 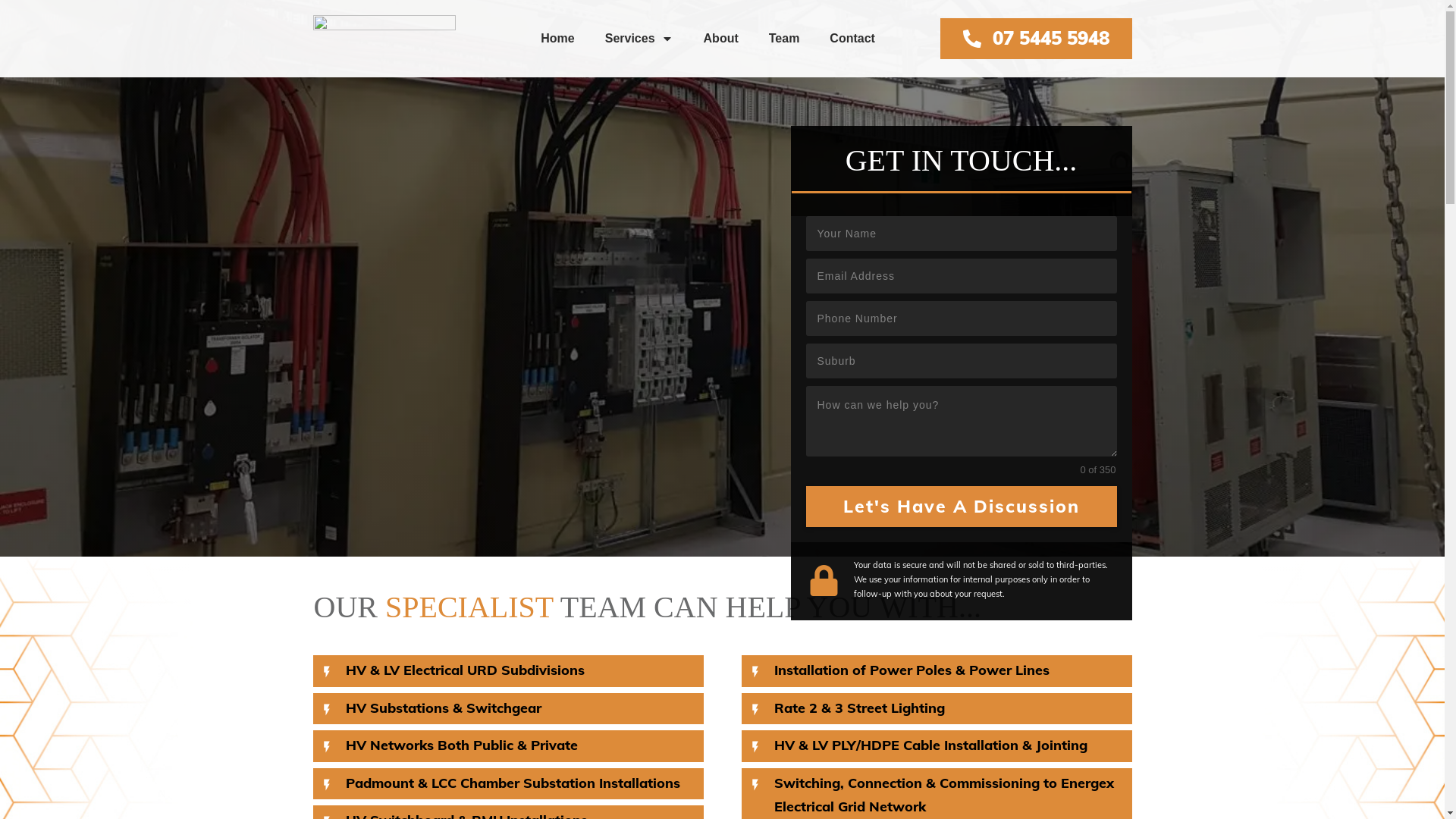 I want to click on 'Team', so click(x=784, y=37).